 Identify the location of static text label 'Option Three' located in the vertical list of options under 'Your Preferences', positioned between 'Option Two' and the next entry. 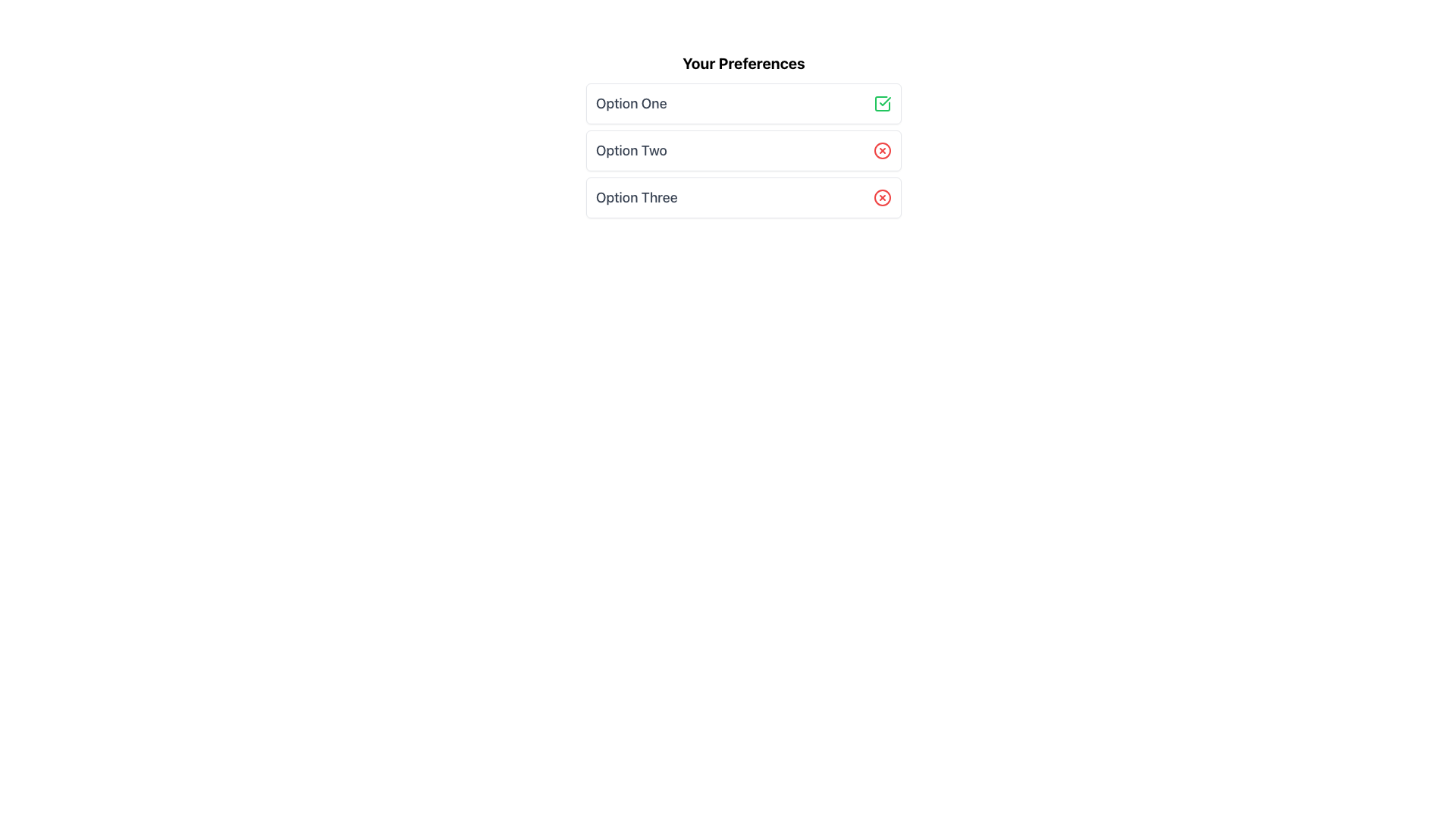
(636, 197).